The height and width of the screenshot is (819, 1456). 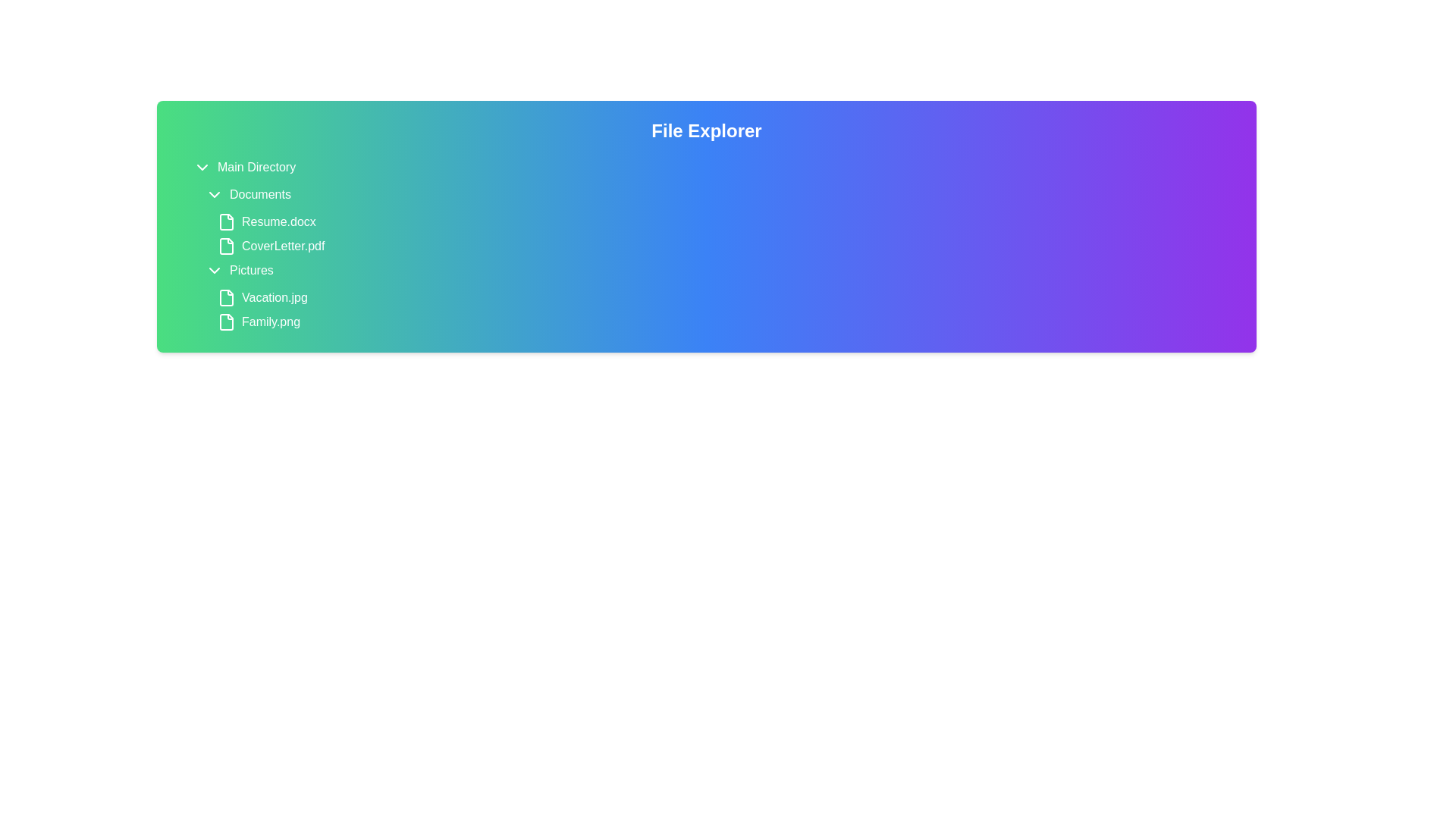 I want to click on the icon representing the document file 'Resume.docx' in the file explorer interface, so click(x=225, y=222).